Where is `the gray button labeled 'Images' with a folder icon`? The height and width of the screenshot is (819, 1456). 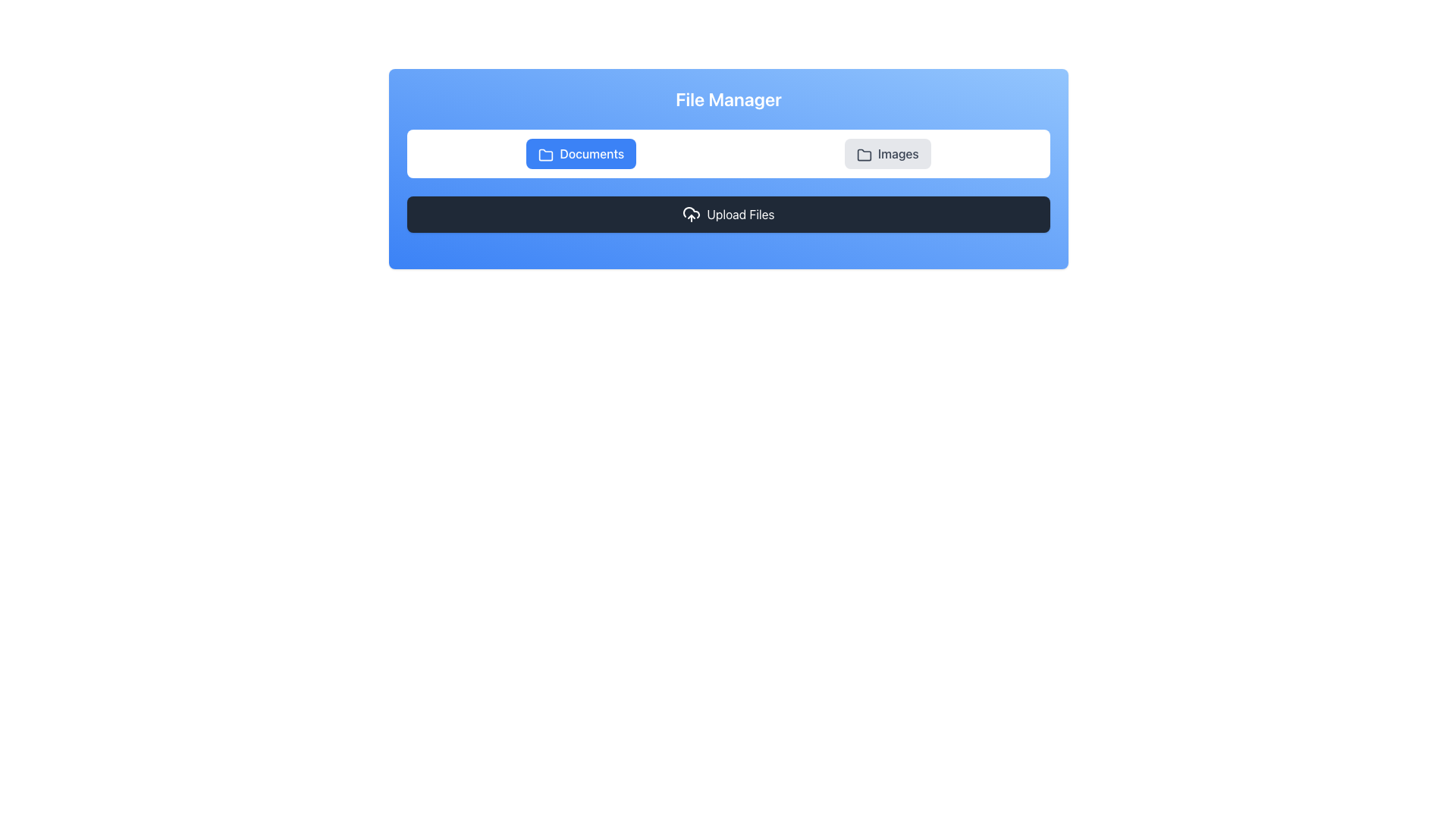 the gray button labeled 'Images' with a folder icon is located at coordinates (887, 154).